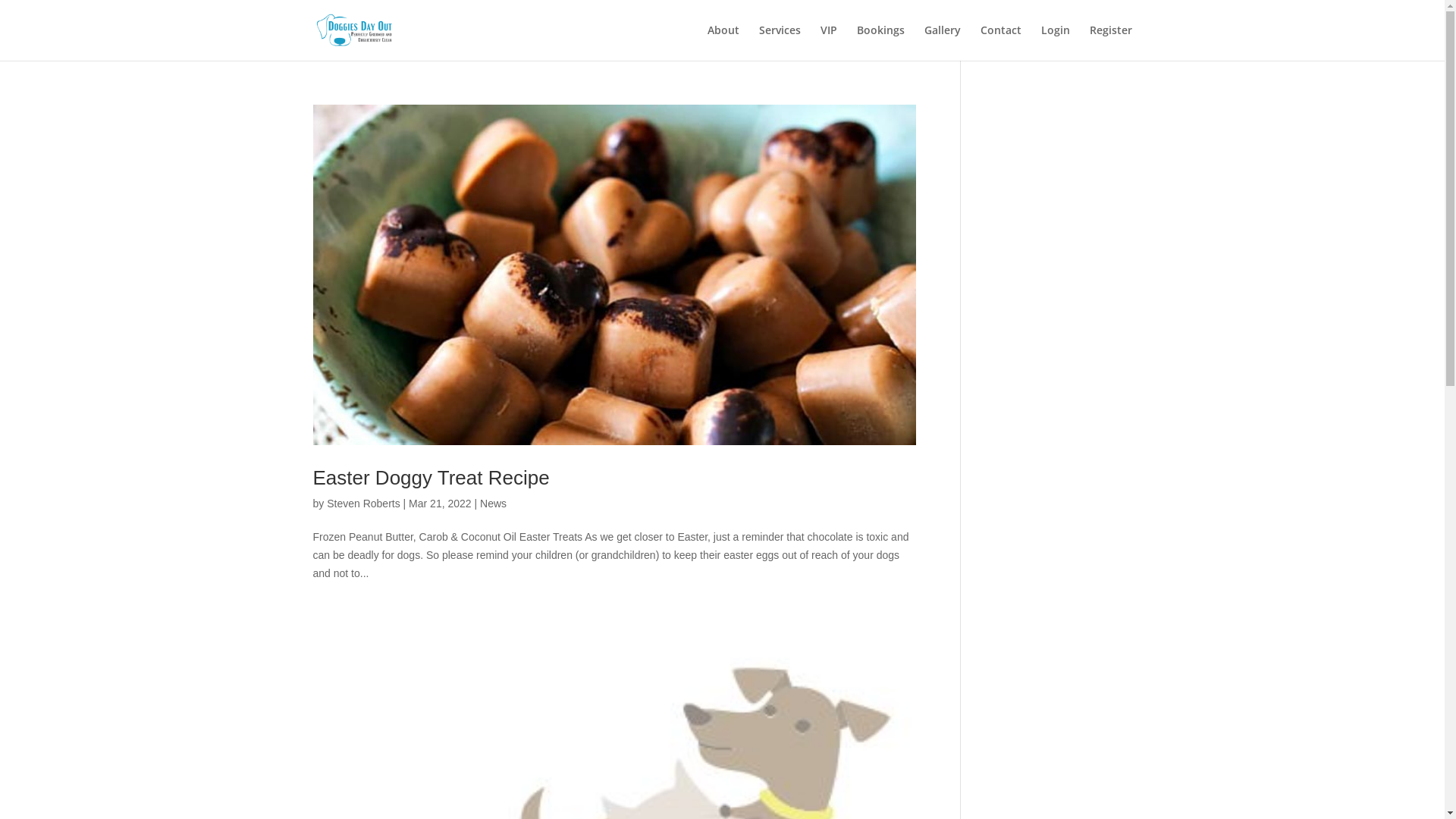  I want to click on 'VIP', so click(828, 42).